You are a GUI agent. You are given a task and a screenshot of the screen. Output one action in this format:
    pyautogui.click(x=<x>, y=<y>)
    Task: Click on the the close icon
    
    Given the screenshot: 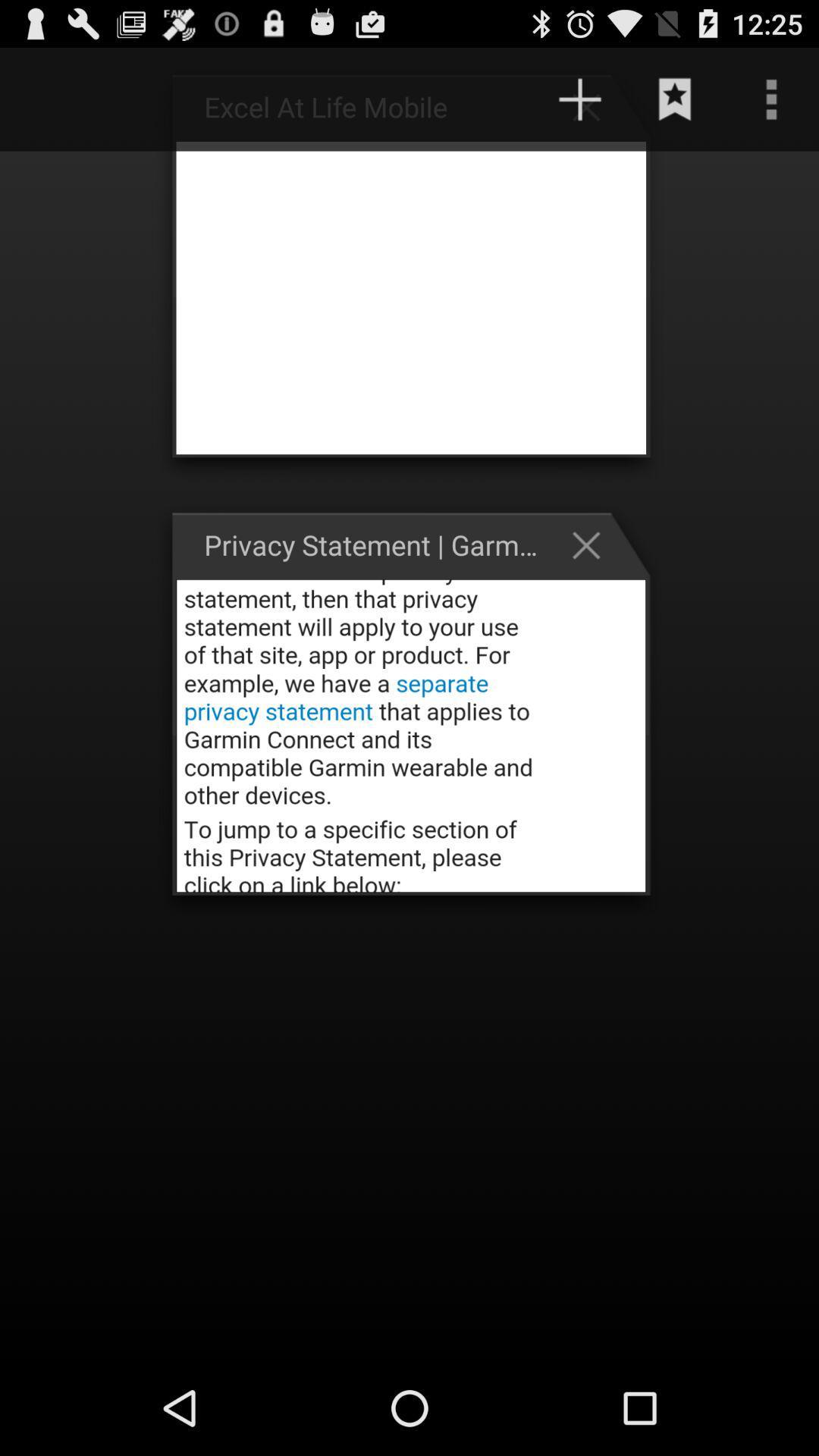 What is the action you would take?
    pyautogui.click(x=593, y=582)
    